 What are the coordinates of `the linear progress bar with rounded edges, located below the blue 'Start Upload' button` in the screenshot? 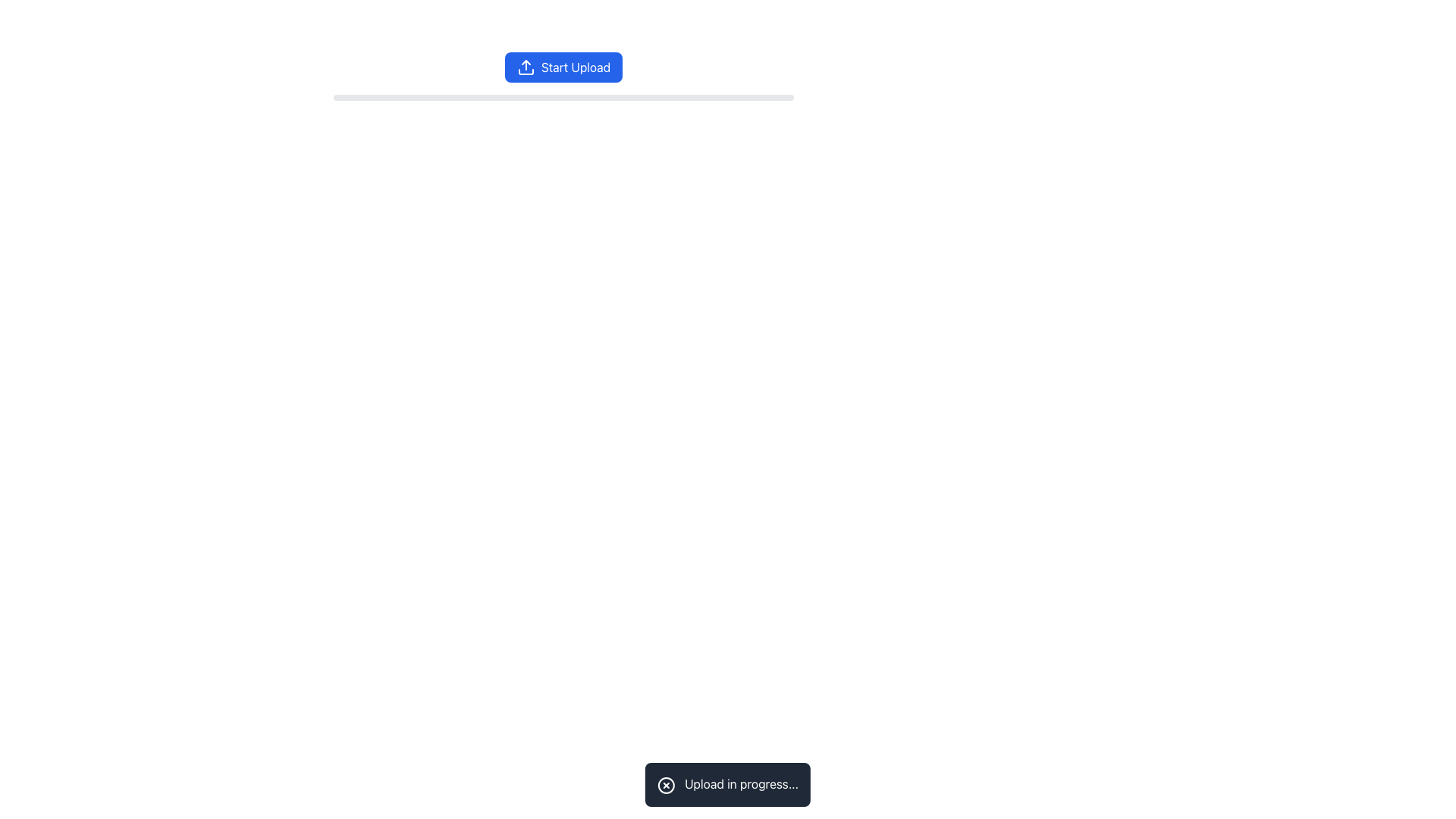 It's located at (563, 97).